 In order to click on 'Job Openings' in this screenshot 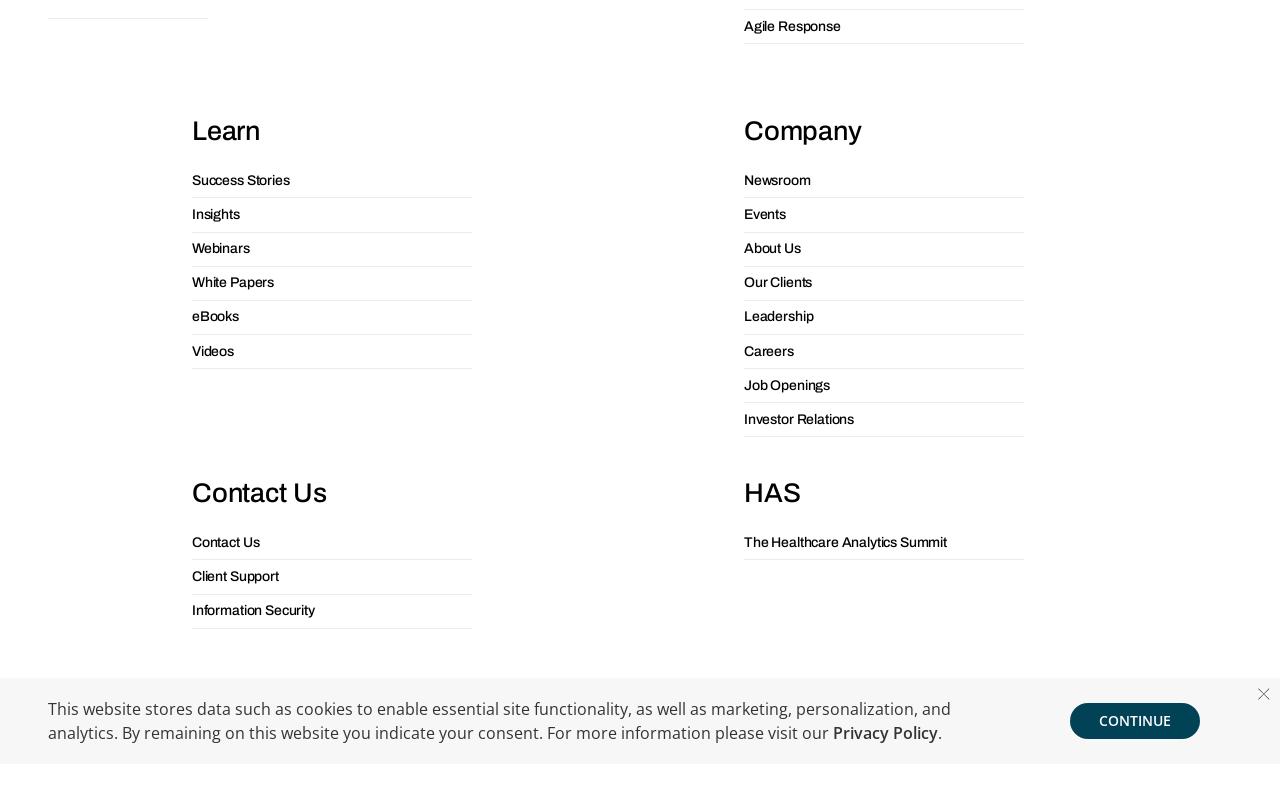, I will do `click(785, 24)`.